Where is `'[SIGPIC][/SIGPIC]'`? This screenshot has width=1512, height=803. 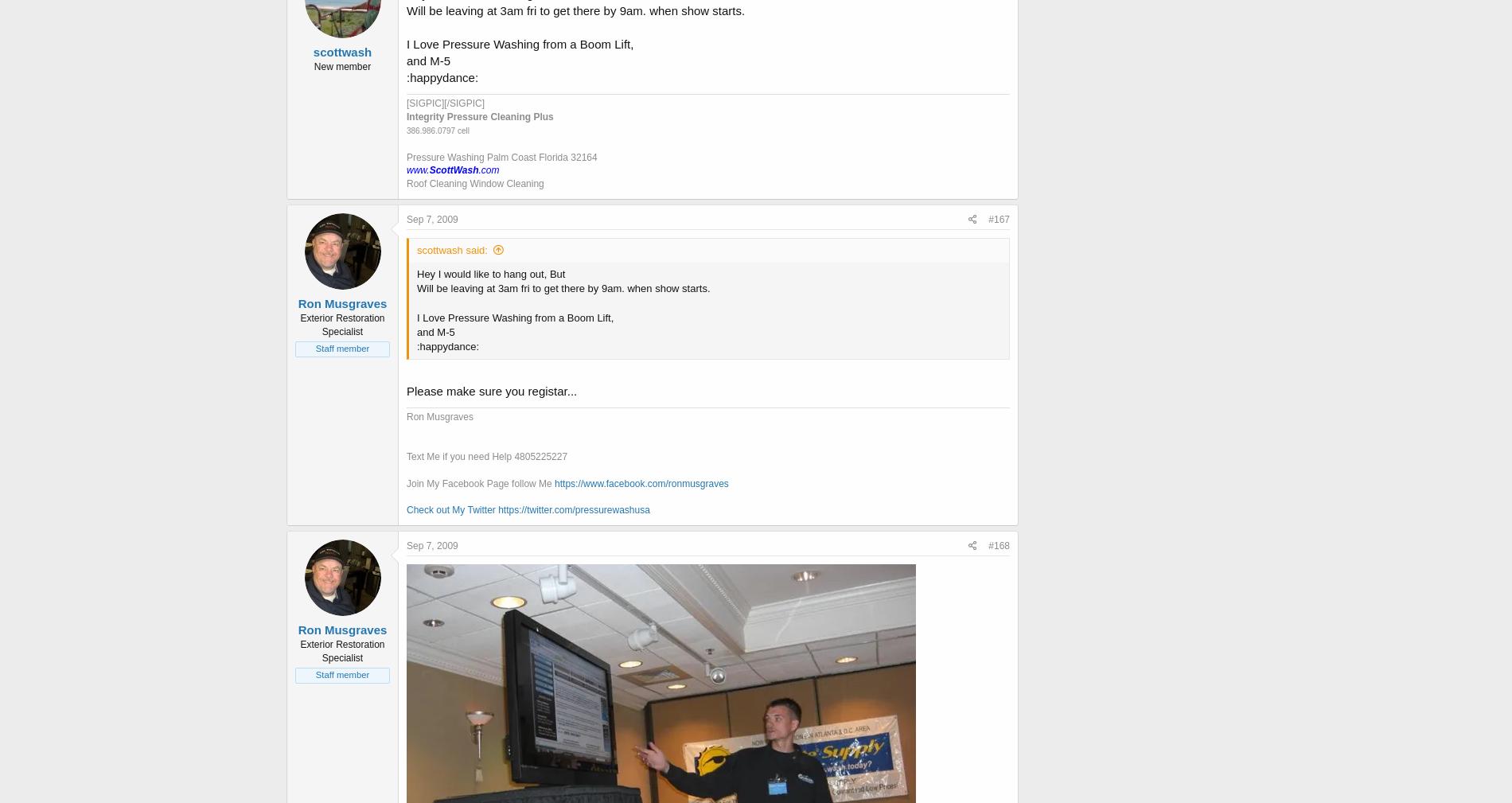 '[SIGPIC][/SIGPIC]' is located at coordinates (445, 102).